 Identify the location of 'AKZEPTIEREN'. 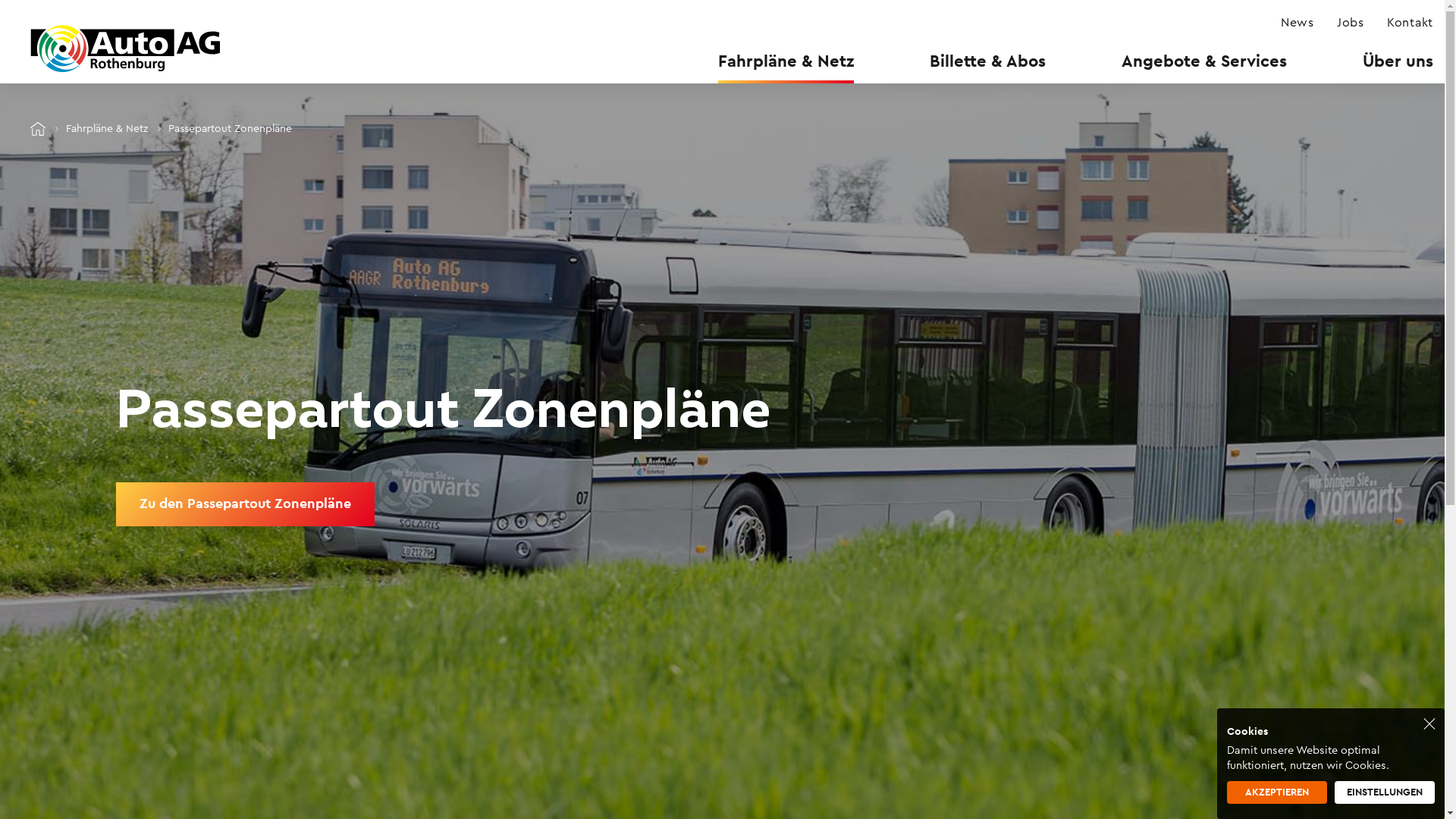
(1276, 792).